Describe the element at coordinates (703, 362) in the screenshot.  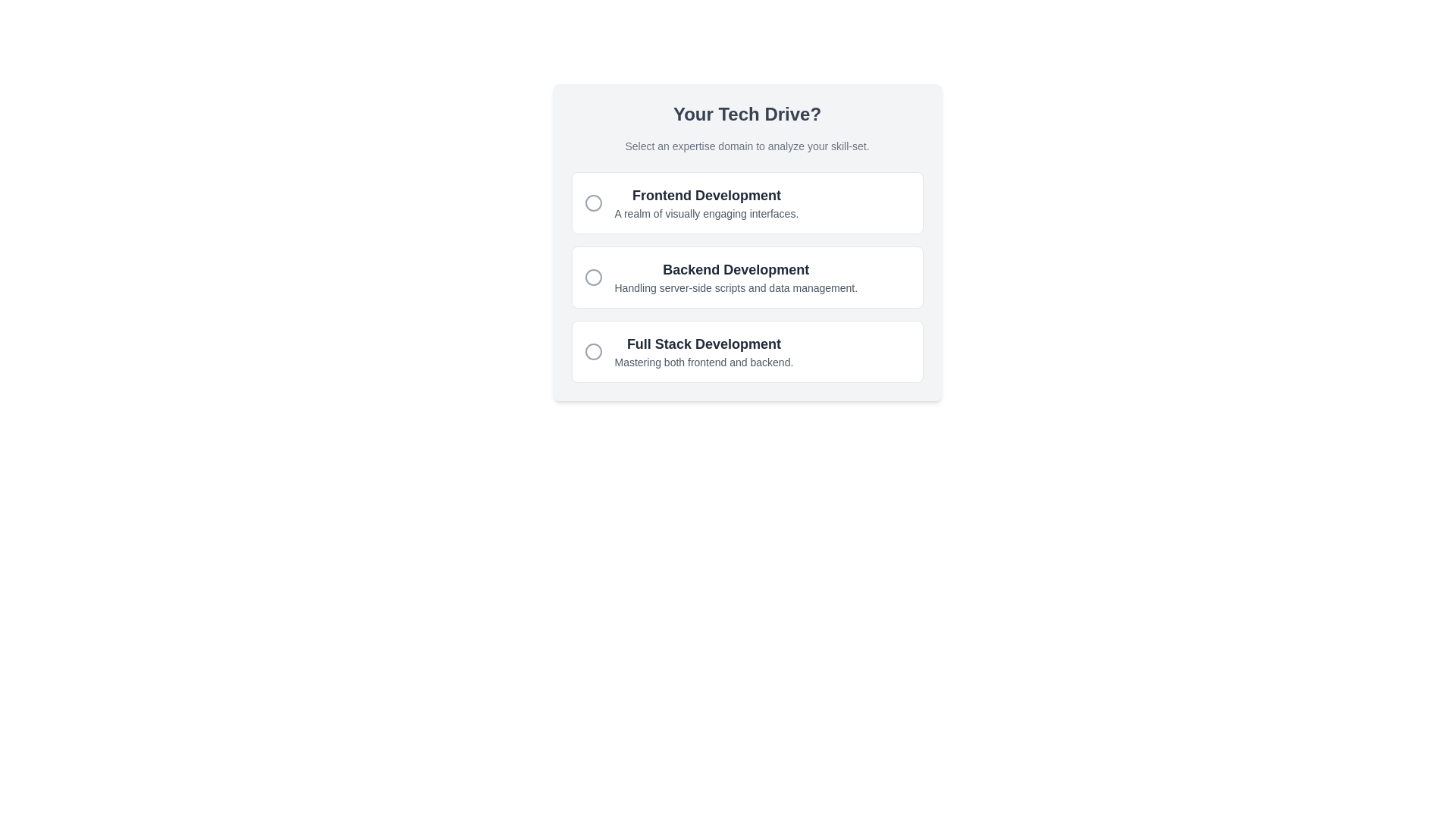
I see `the descriptive text located at the center-bottom of the 'Full Stack Development' card, positioned beneath the title text 'Full Stack Development'` at that location.